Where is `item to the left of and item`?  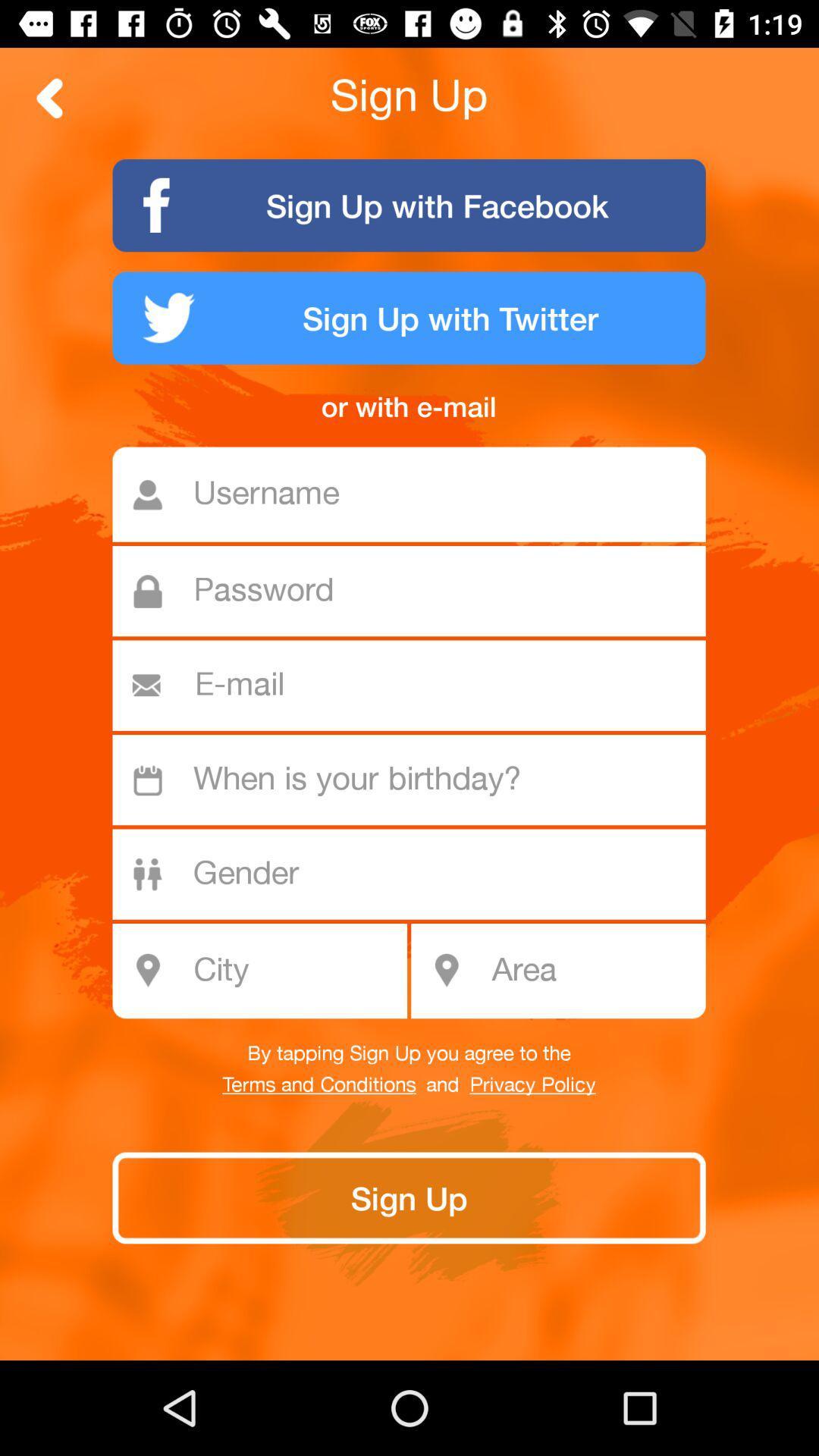
item to the left of and item is located at coordinates (318, 1084).